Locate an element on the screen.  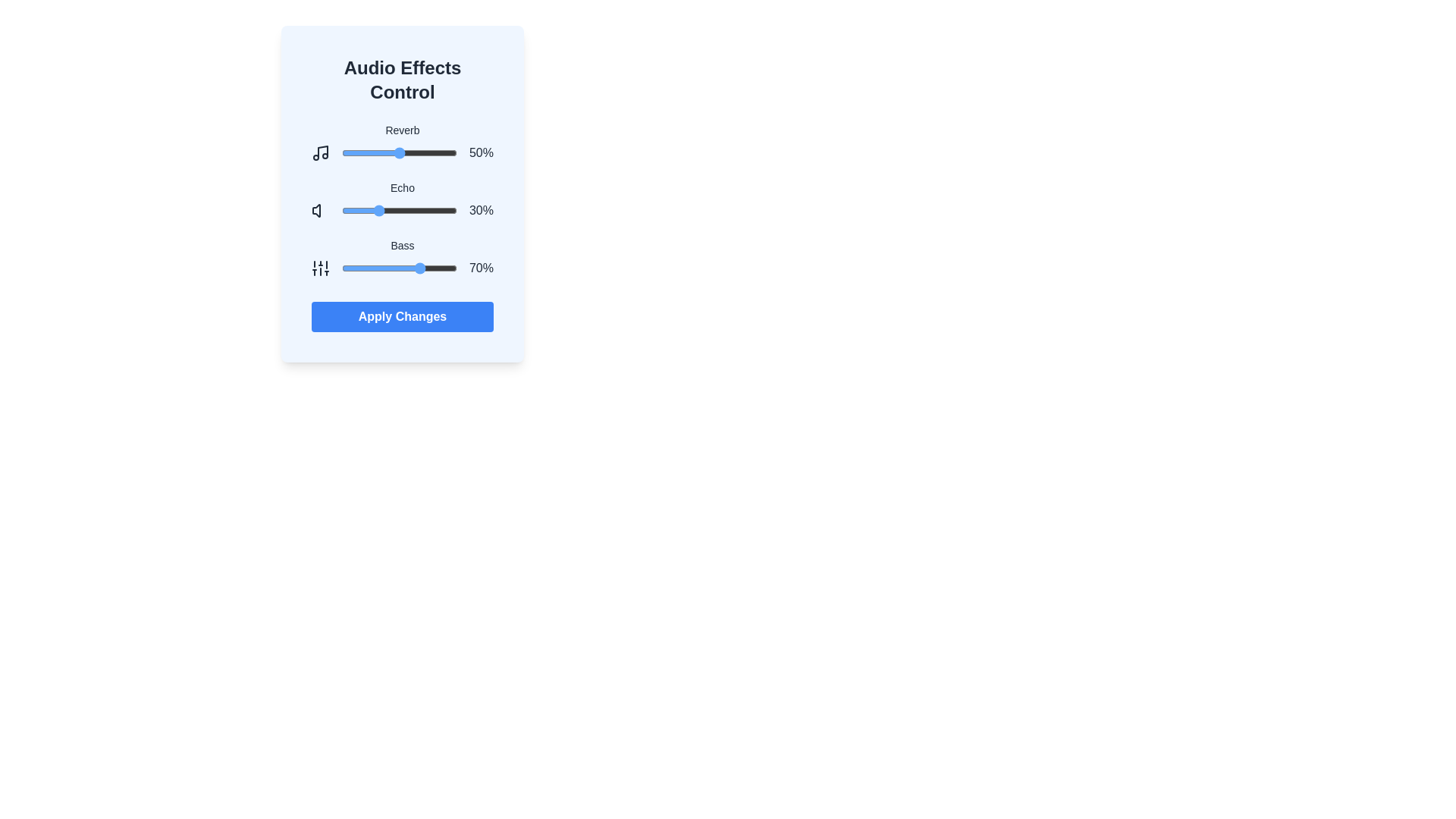
displayed percentage from the numeric indicator showing '50%' in bold black text, located at the end of the horizontal slider on the right is located at coordinates (480, 152).